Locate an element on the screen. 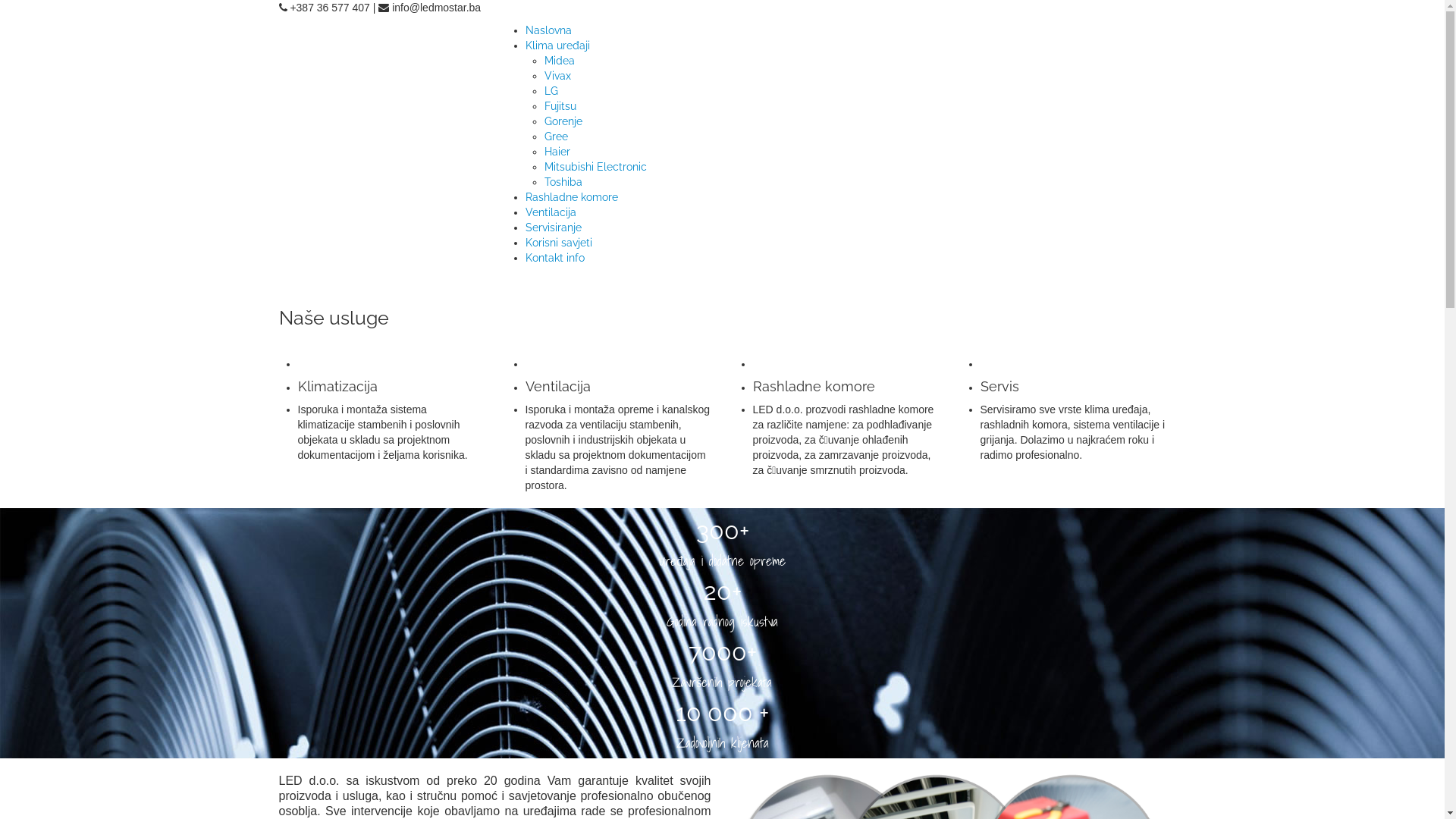 The height and width of the screenshot is (819, 1456). 'Rashladne komore' is located at coordinates (570, 196).